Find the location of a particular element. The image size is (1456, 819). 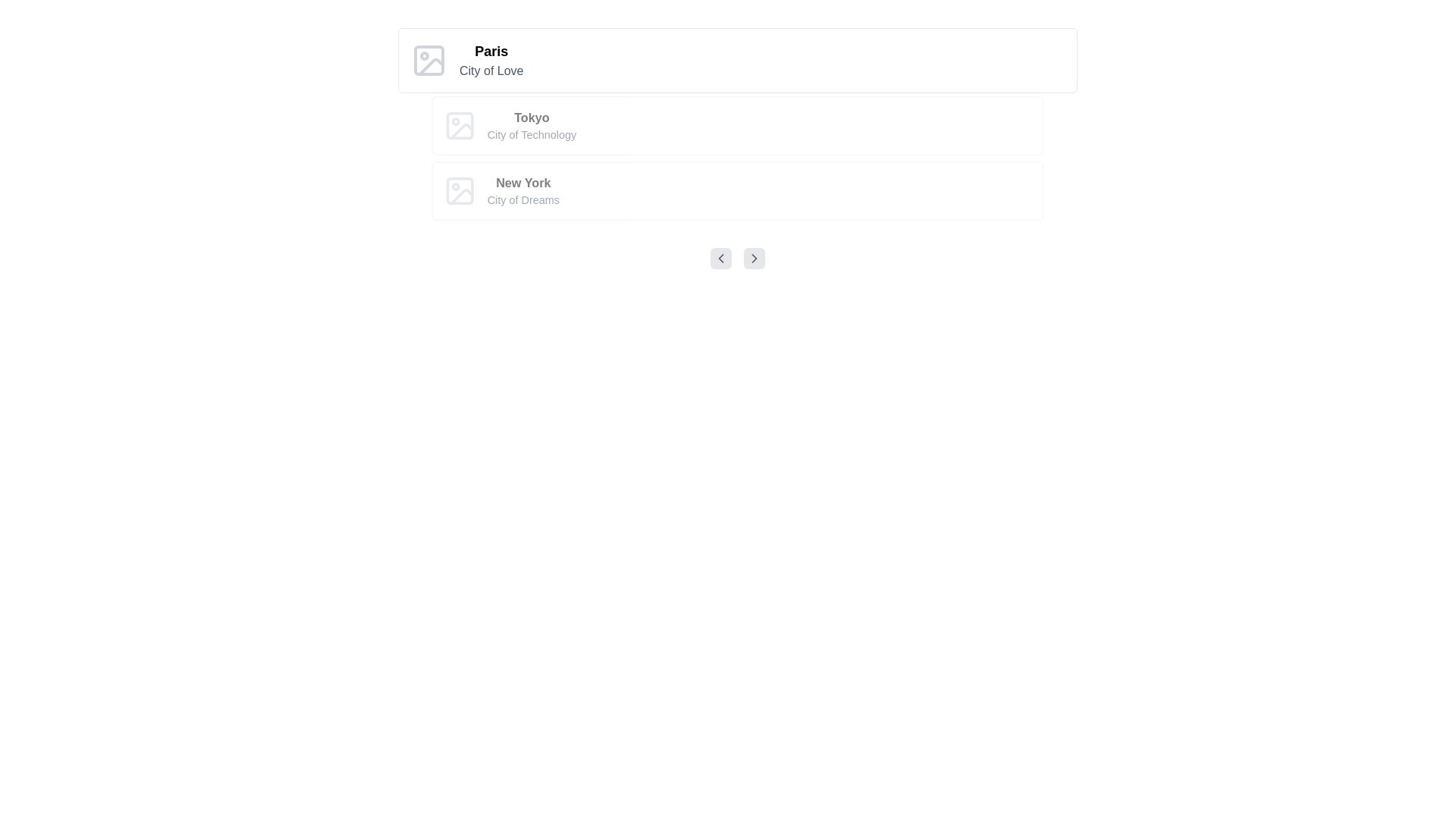

the Chevron-Left icon, which is part of a Button Control used for navigation to indicate its active state is located at coordinates (720, 257).